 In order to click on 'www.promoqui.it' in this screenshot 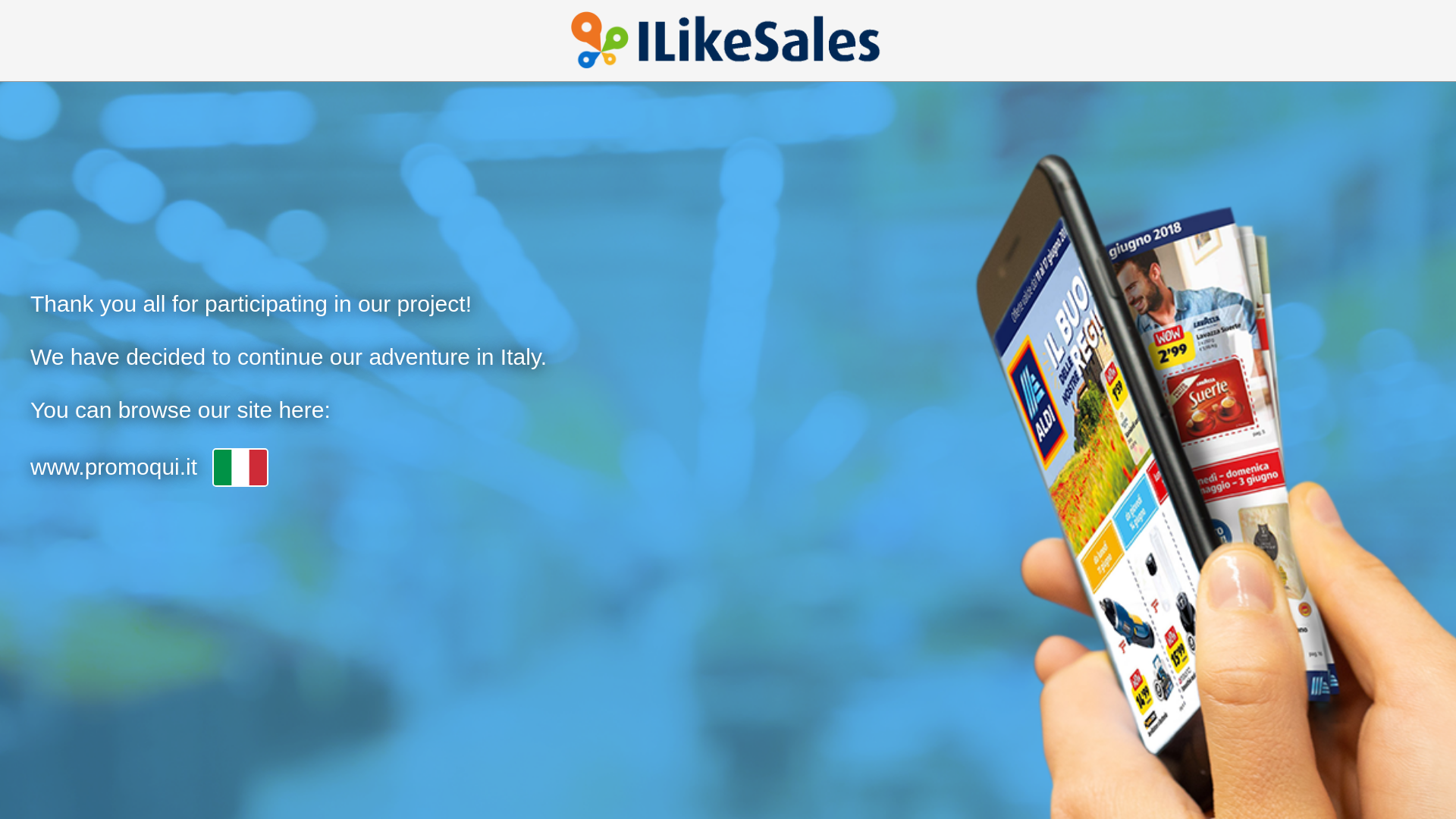, I will do `click(112, 466)`.